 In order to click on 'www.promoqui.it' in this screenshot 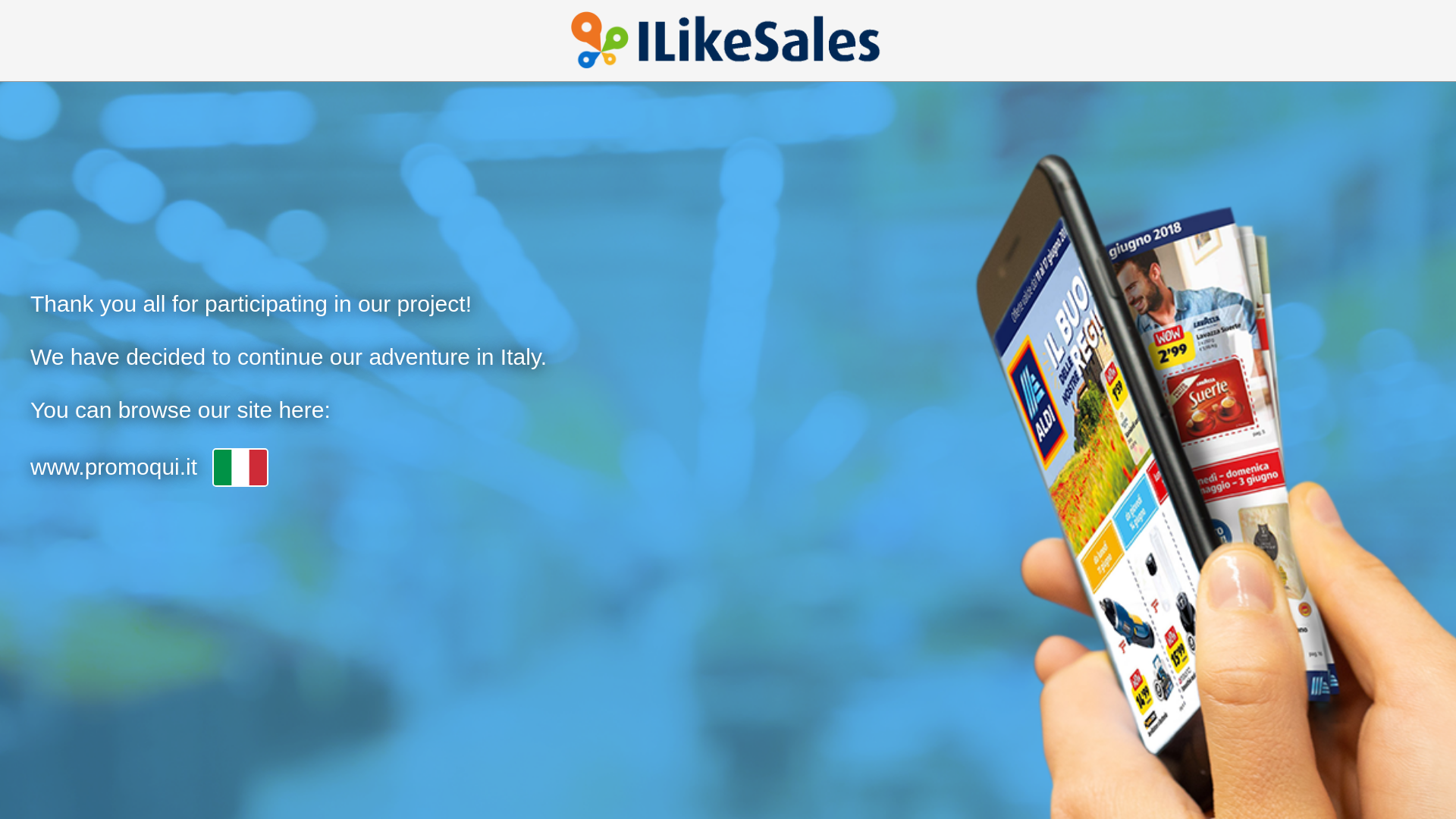, I will do `click(112, 466)`.